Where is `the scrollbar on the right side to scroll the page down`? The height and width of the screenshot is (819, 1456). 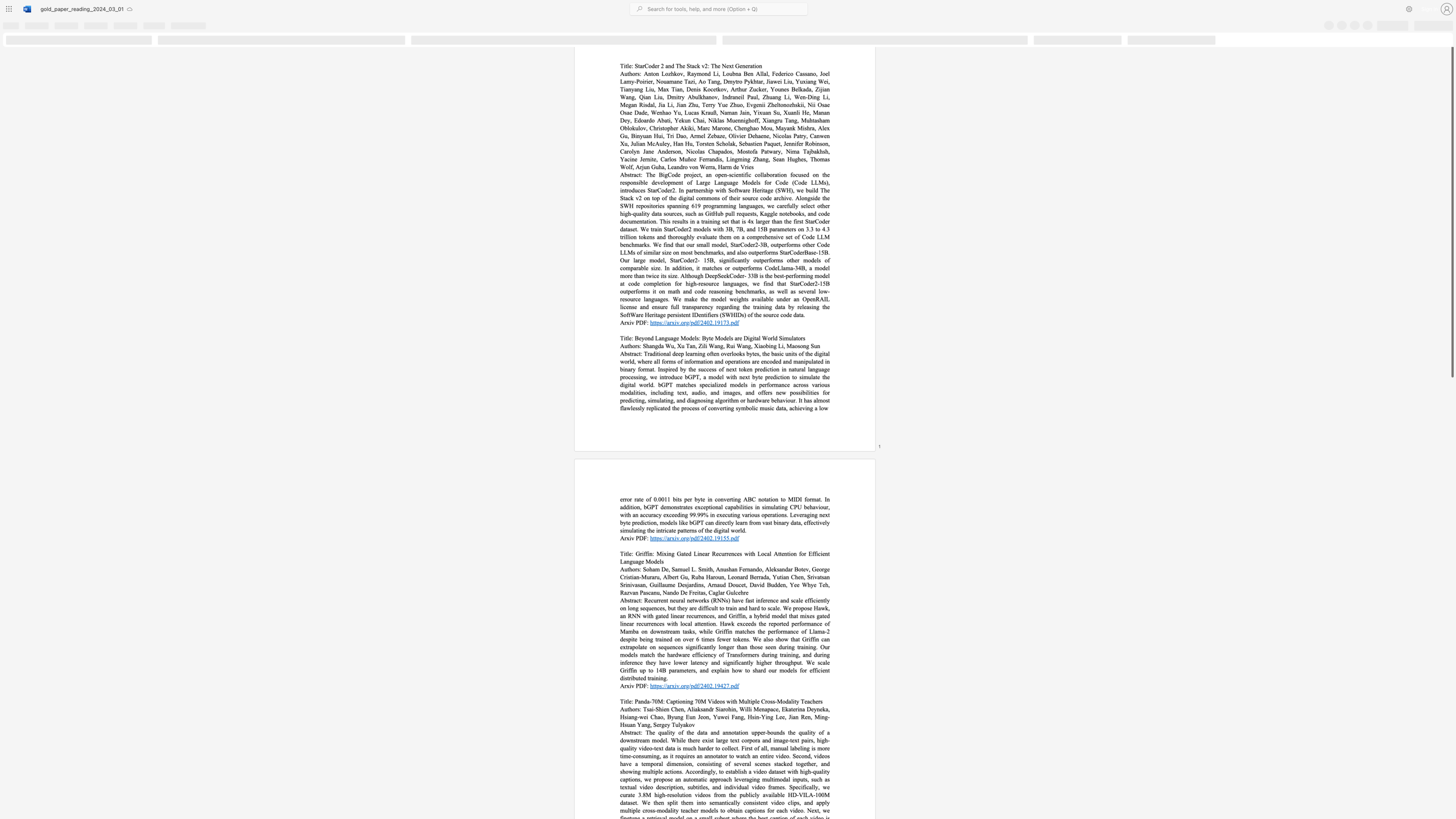 the scrollbar on the right side to scroll the page down is located at coordinates (1451, 614).